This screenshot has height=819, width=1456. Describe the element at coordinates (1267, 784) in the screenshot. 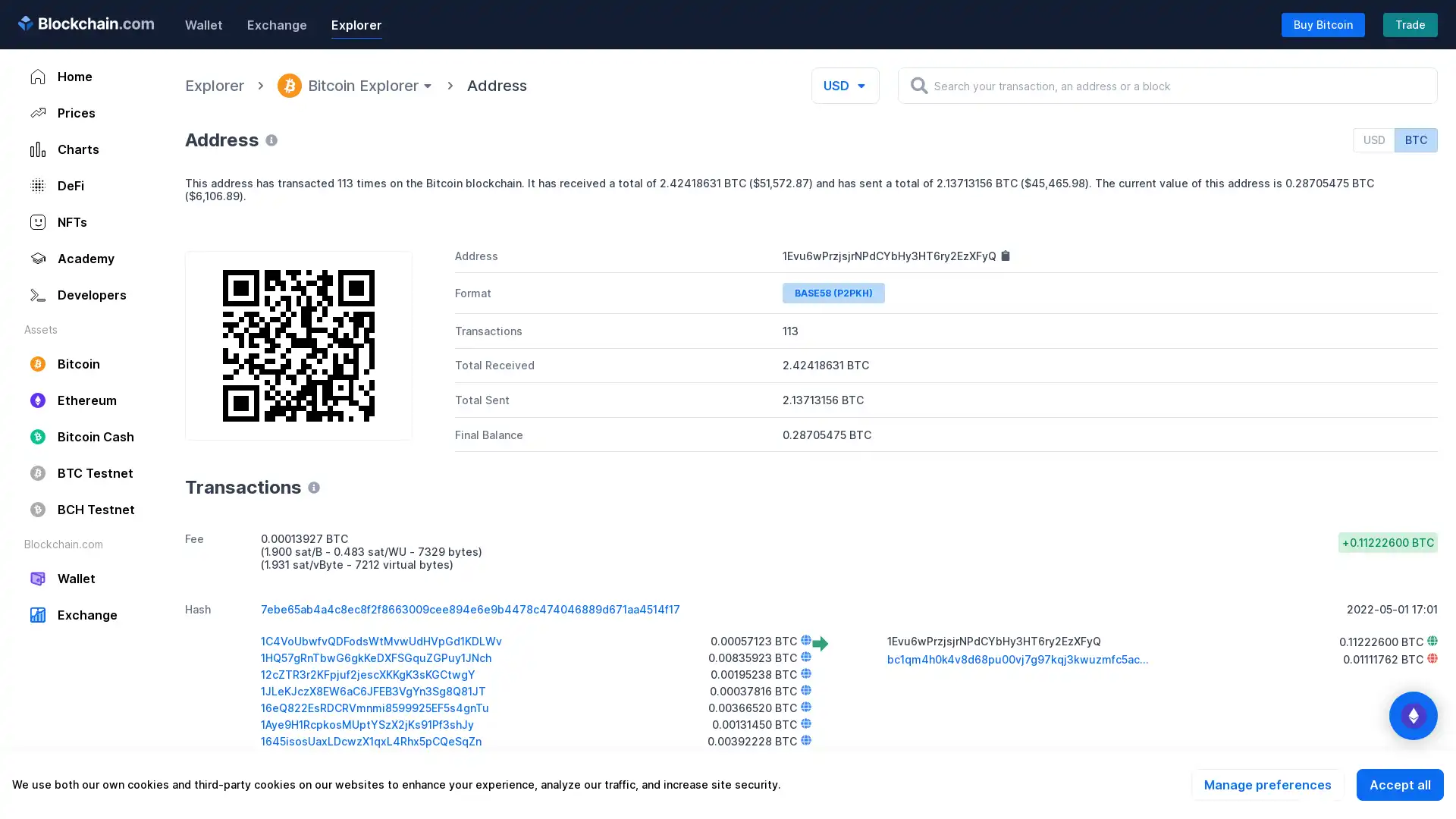

I see `Manage preferences` at that location.